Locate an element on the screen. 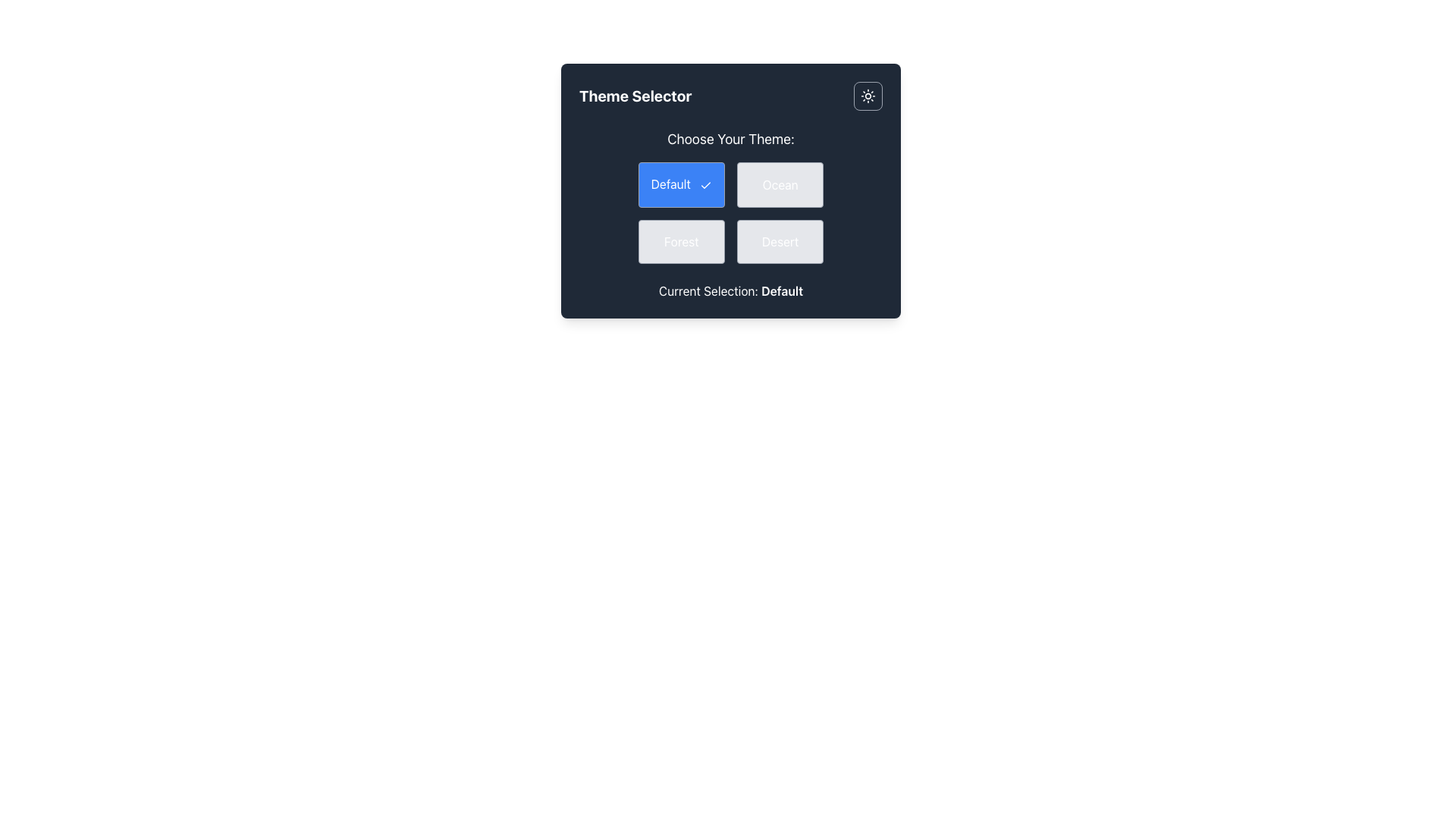 This screenshot has height=819, width=1456. the text label that indicates the currently selected theme, which is 'Default', located at the bottom of the 'Theme Selector' panel is located at coordinates (731, 290).